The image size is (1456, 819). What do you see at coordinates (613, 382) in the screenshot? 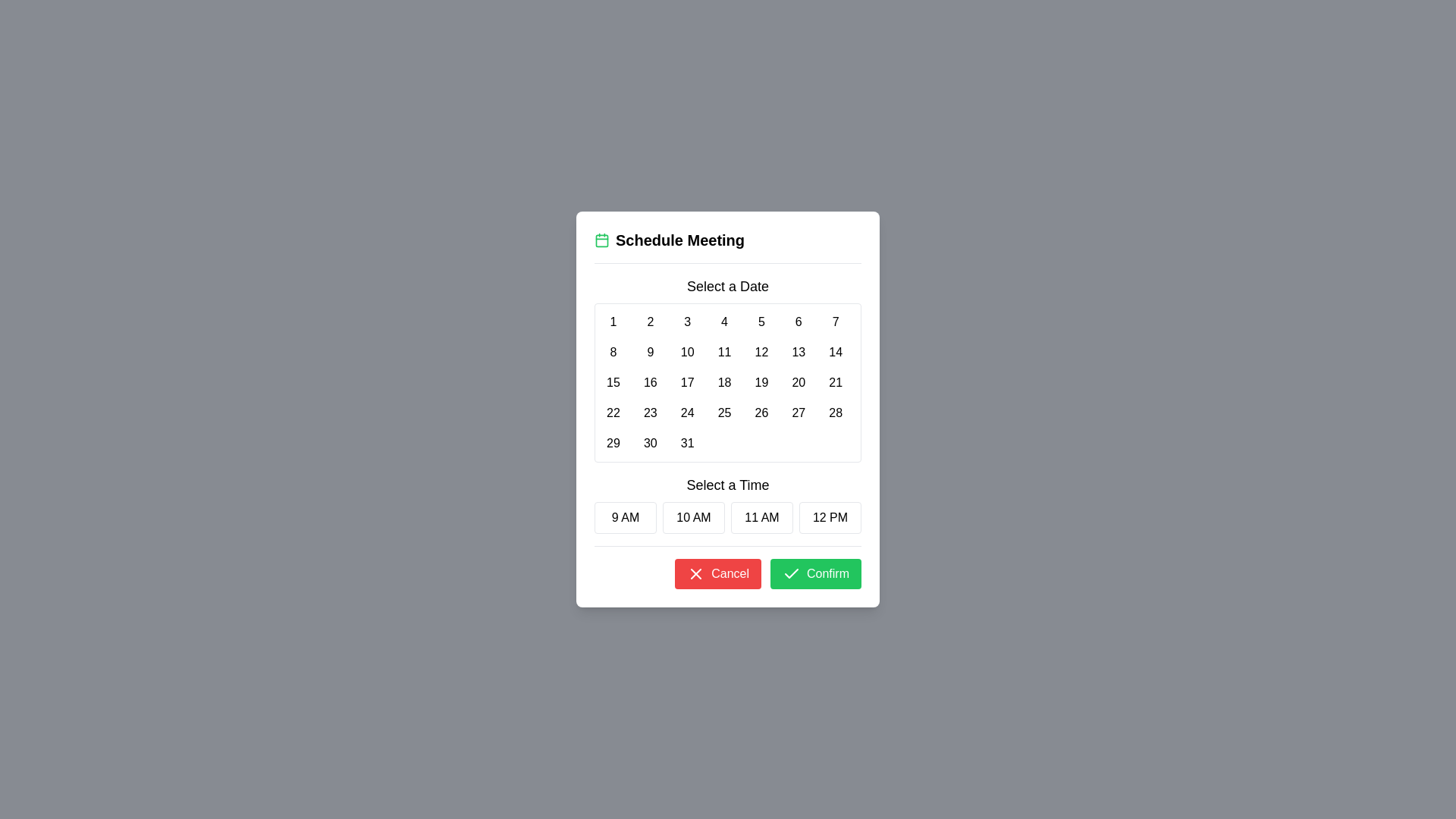
I see `the date selector button representing the date '15' in the 'Schedule Meeting' modal to change its background color` at bounding box center [613, 382].